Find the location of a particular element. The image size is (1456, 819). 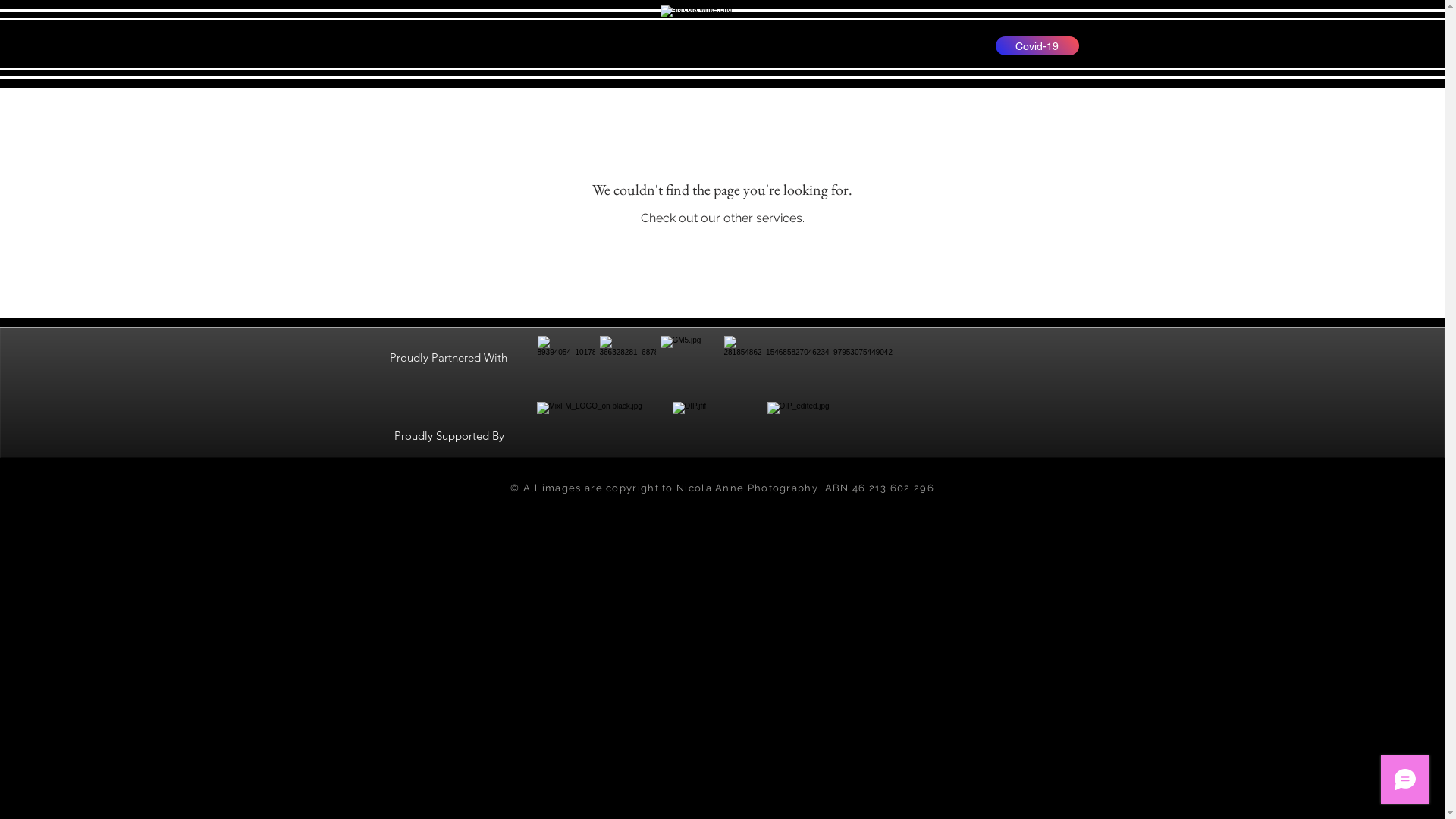

'Covid-19' is located at coordinates (1036, 45).